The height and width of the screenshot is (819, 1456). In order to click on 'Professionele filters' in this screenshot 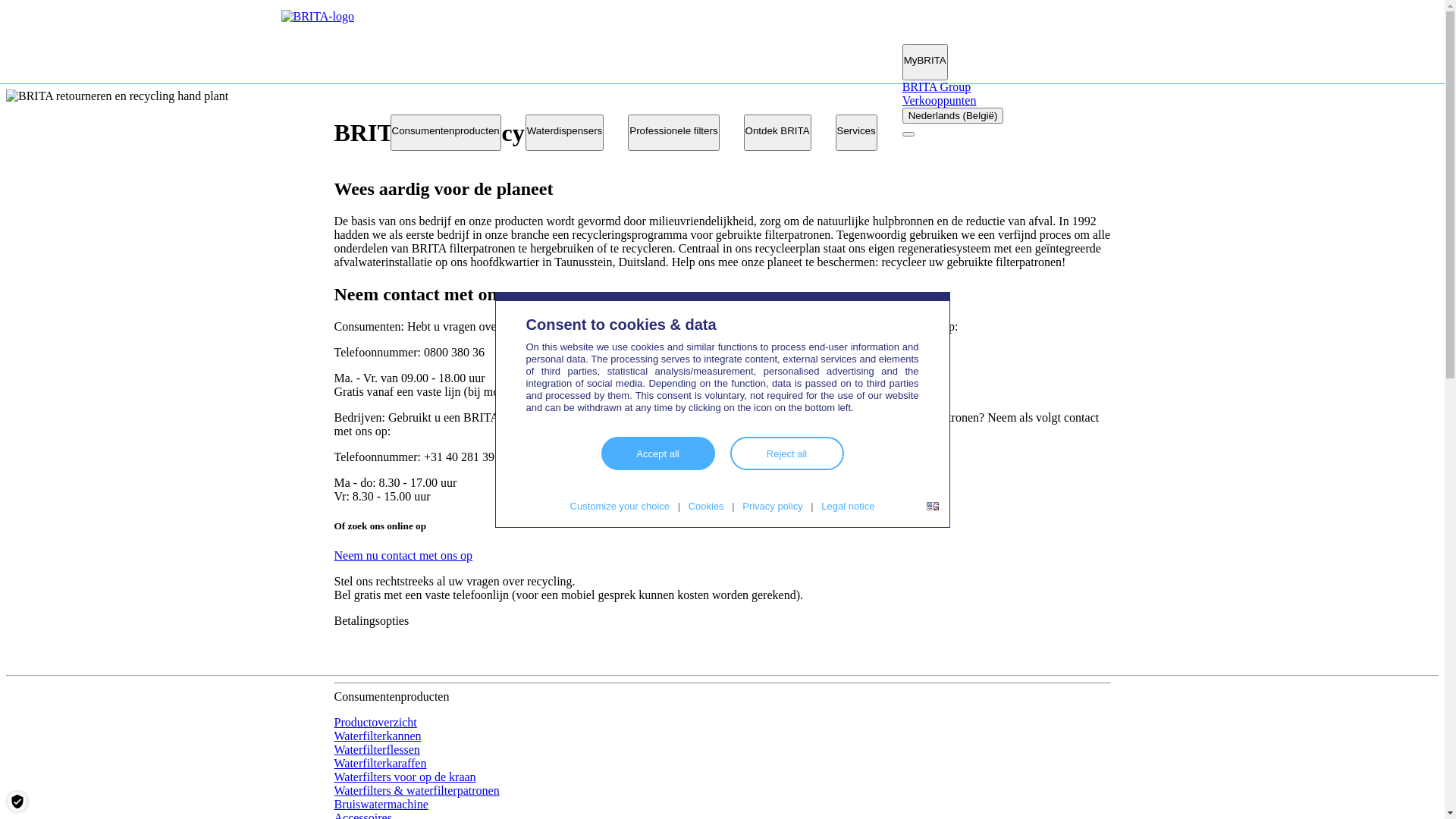, I will do `click(628, 131)`.